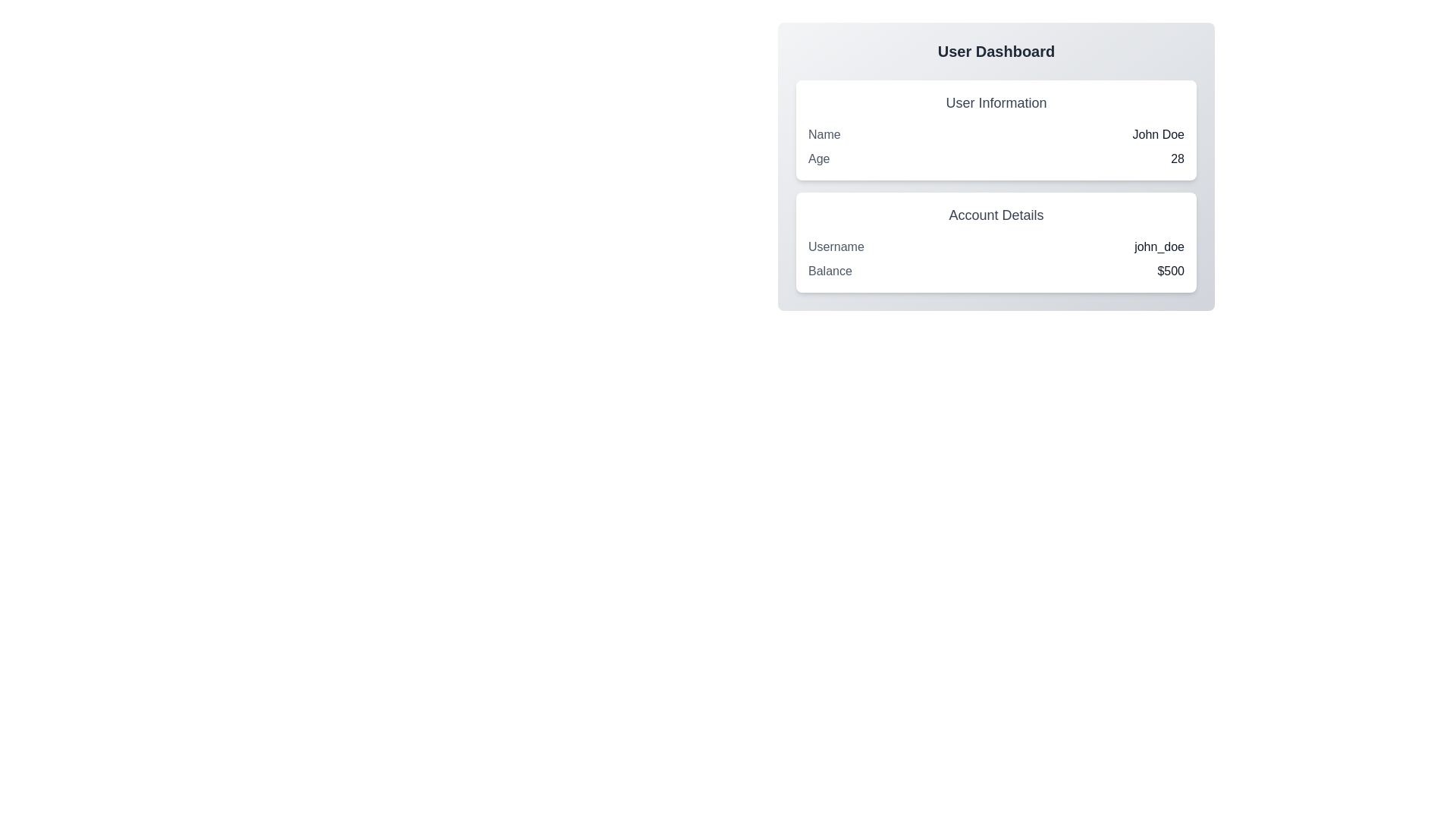  Describe the element at coordinates (835, 246) in the screenshot. I see `the 'Username' text label located at the leftmost part of the 'Account Details' section` at that location.